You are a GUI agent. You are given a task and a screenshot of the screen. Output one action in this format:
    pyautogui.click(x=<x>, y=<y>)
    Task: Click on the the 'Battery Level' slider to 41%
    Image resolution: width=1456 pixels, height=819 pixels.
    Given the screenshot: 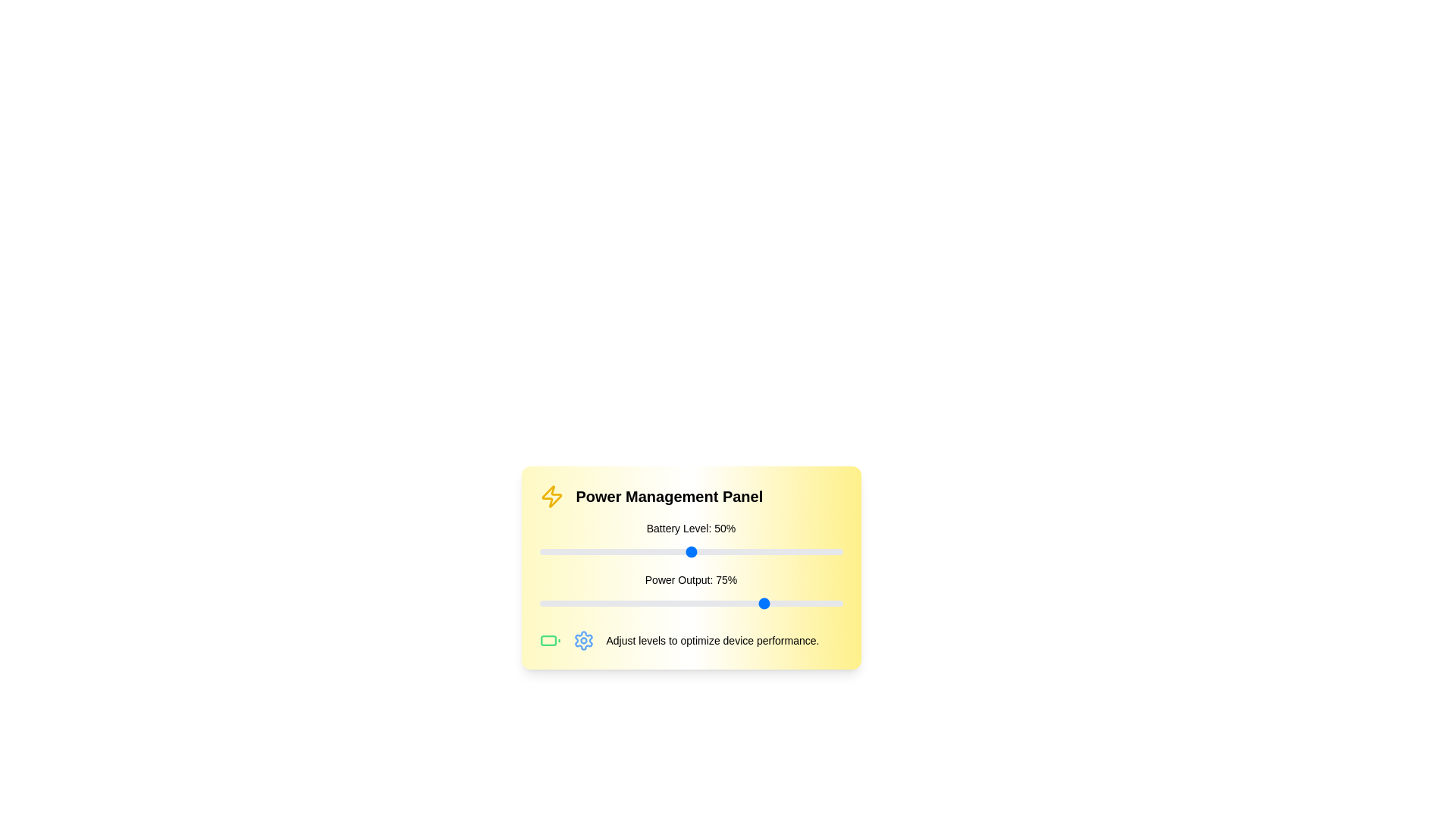 What is the action you would take?
    pyautogui.click(x=664, y=552)
    